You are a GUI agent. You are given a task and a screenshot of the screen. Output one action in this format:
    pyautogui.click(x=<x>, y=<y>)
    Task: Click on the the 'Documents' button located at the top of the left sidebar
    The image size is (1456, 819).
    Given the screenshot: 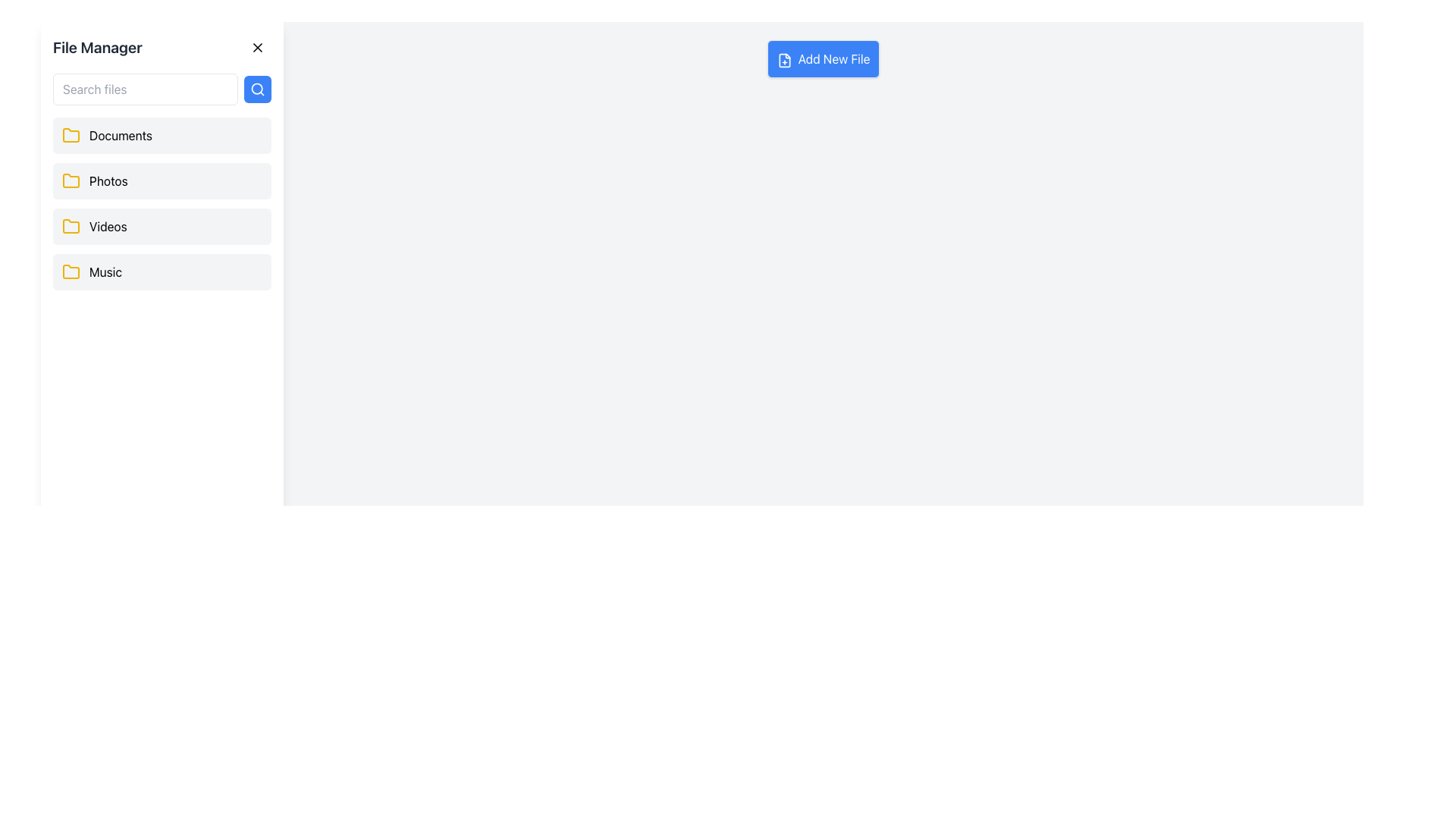 What is the action you would take?
    pyautogui.click(x=162, y=134)
    